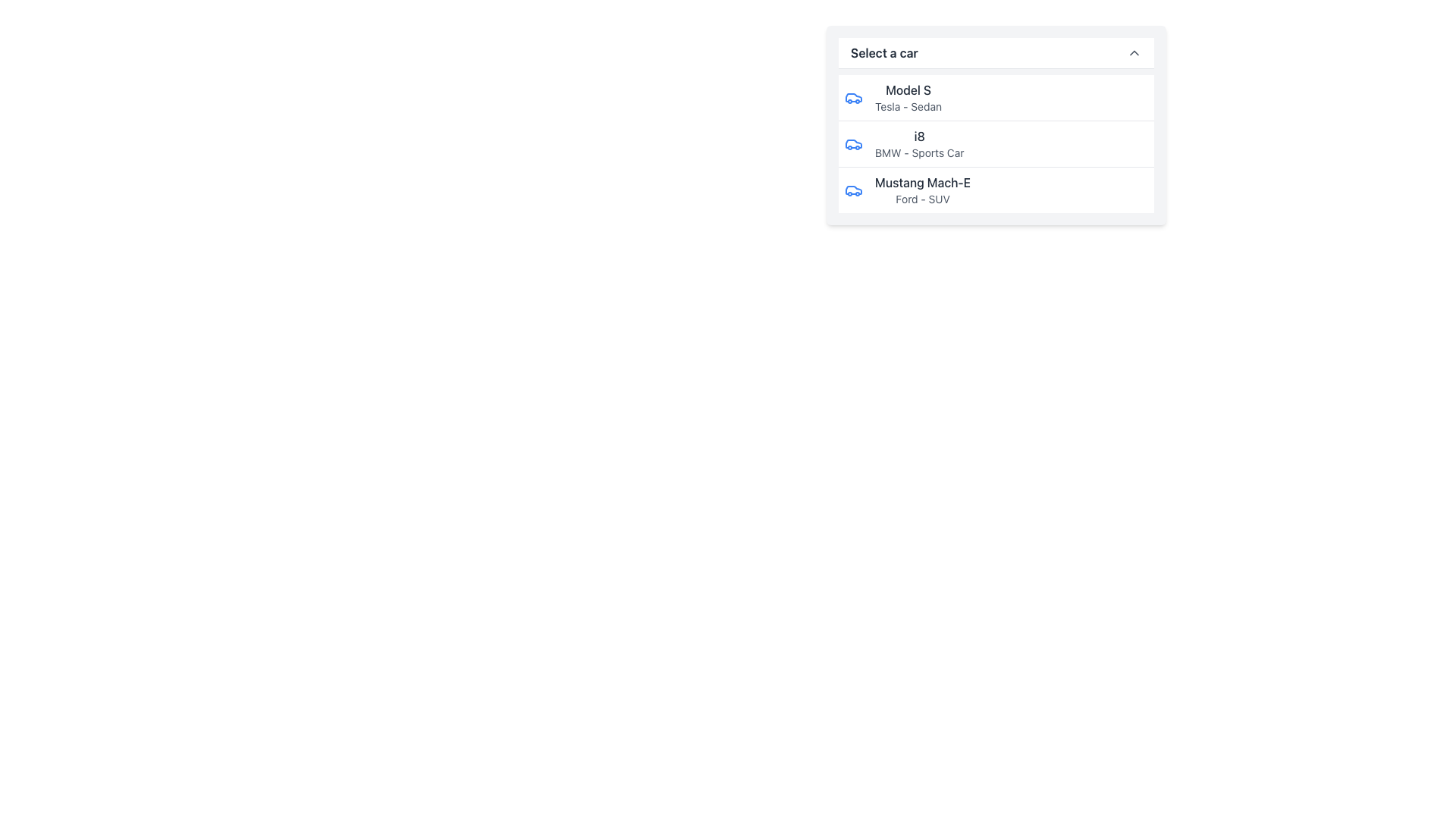 The width and height of the screenshot is (1456, 819). What do you see at coordinates (884, 52) in the screenshot?
I see `label text 'Select a car' which is a bold, dark gray header located at the top of the dropdown menu, positioned left of the chevron icon` at bounding box center [884, 52].